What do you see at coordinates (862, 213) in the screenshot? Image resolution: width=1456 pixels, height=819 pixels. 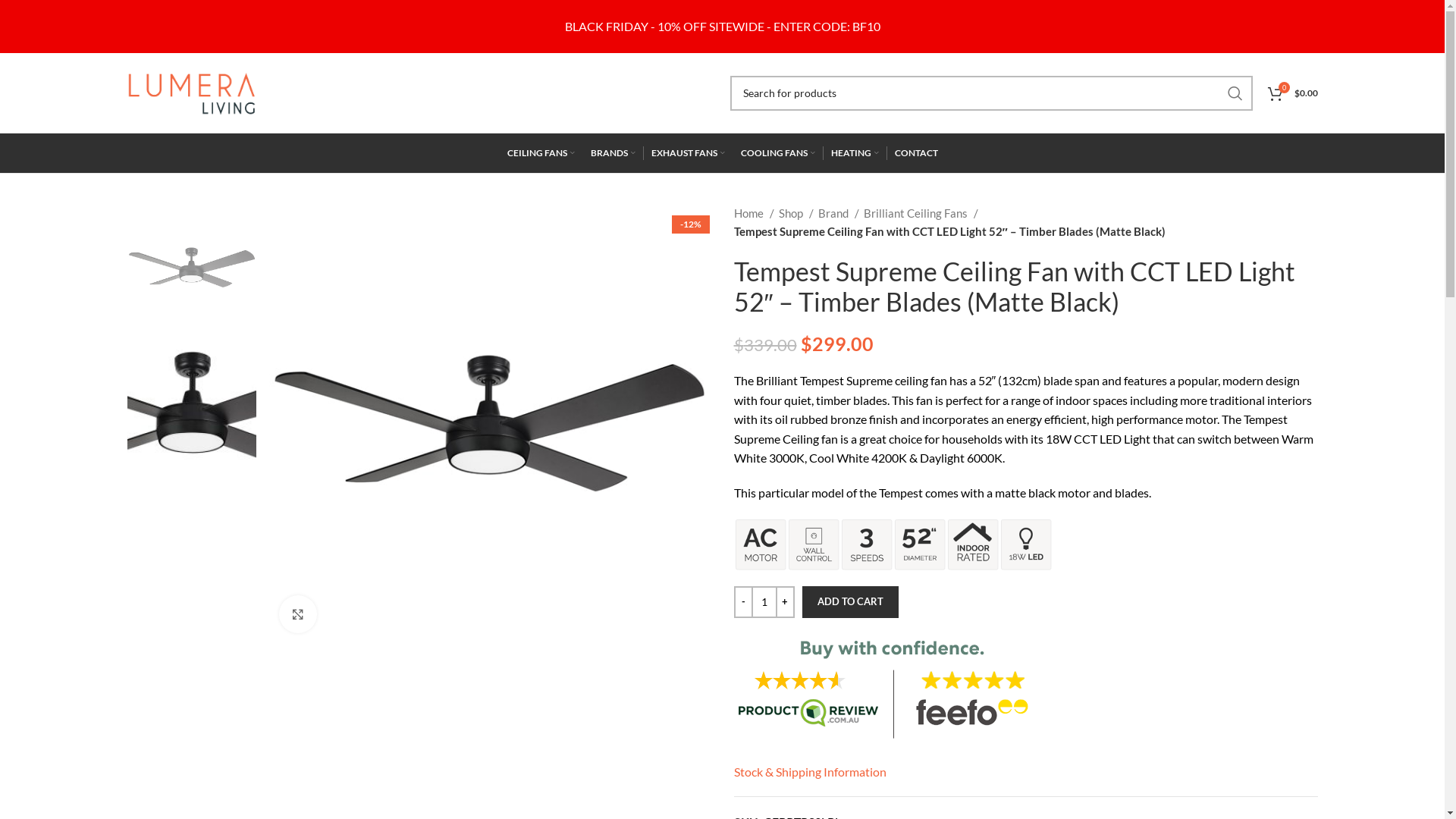 I see `'Brilliant Ceiling Fans'` at bounding box center [862, 213].